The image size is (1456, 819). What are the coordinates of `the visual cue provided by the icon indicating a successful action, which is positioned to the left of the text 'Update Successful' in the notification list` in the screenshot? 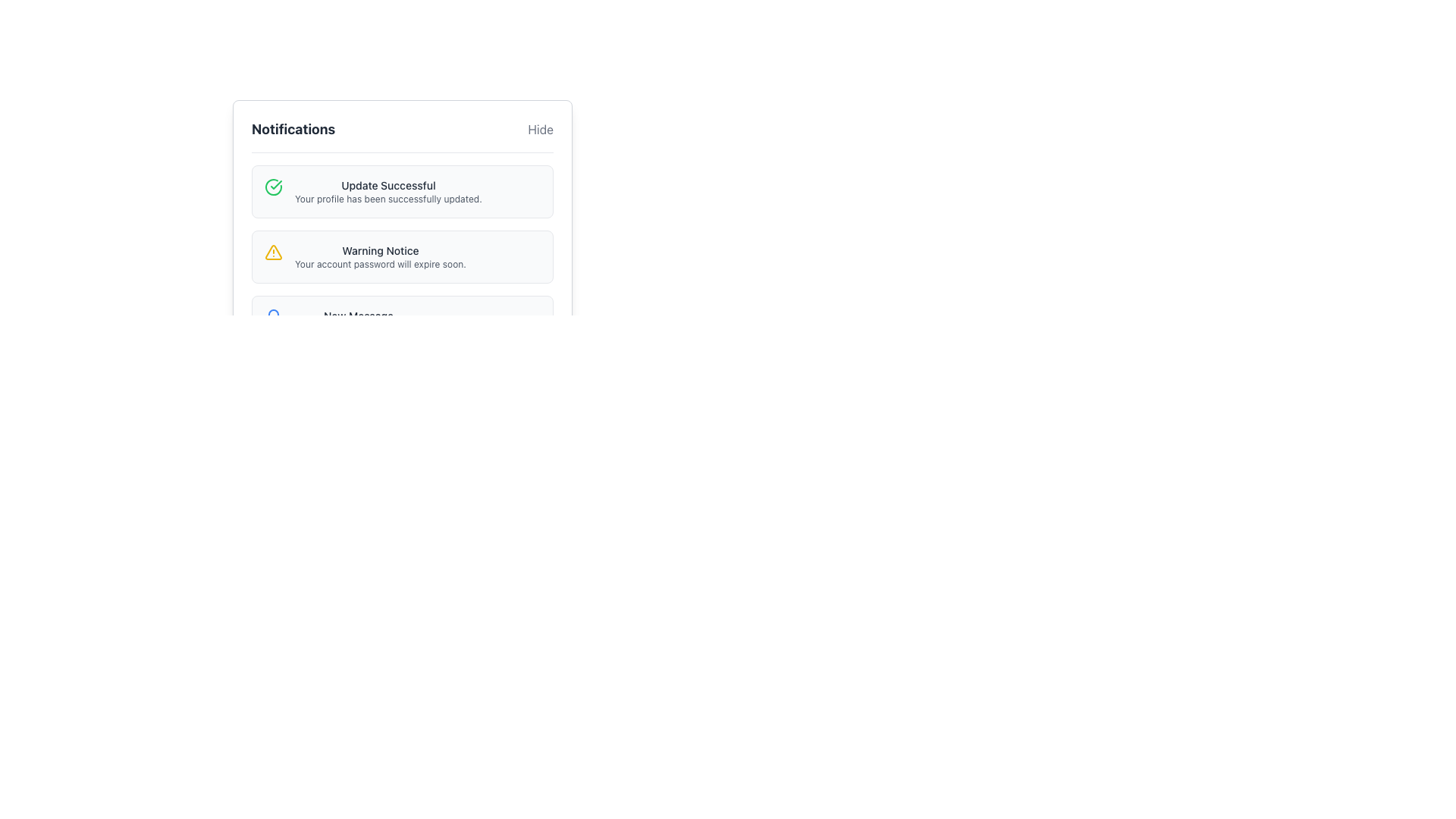 It's located at (273, 186).